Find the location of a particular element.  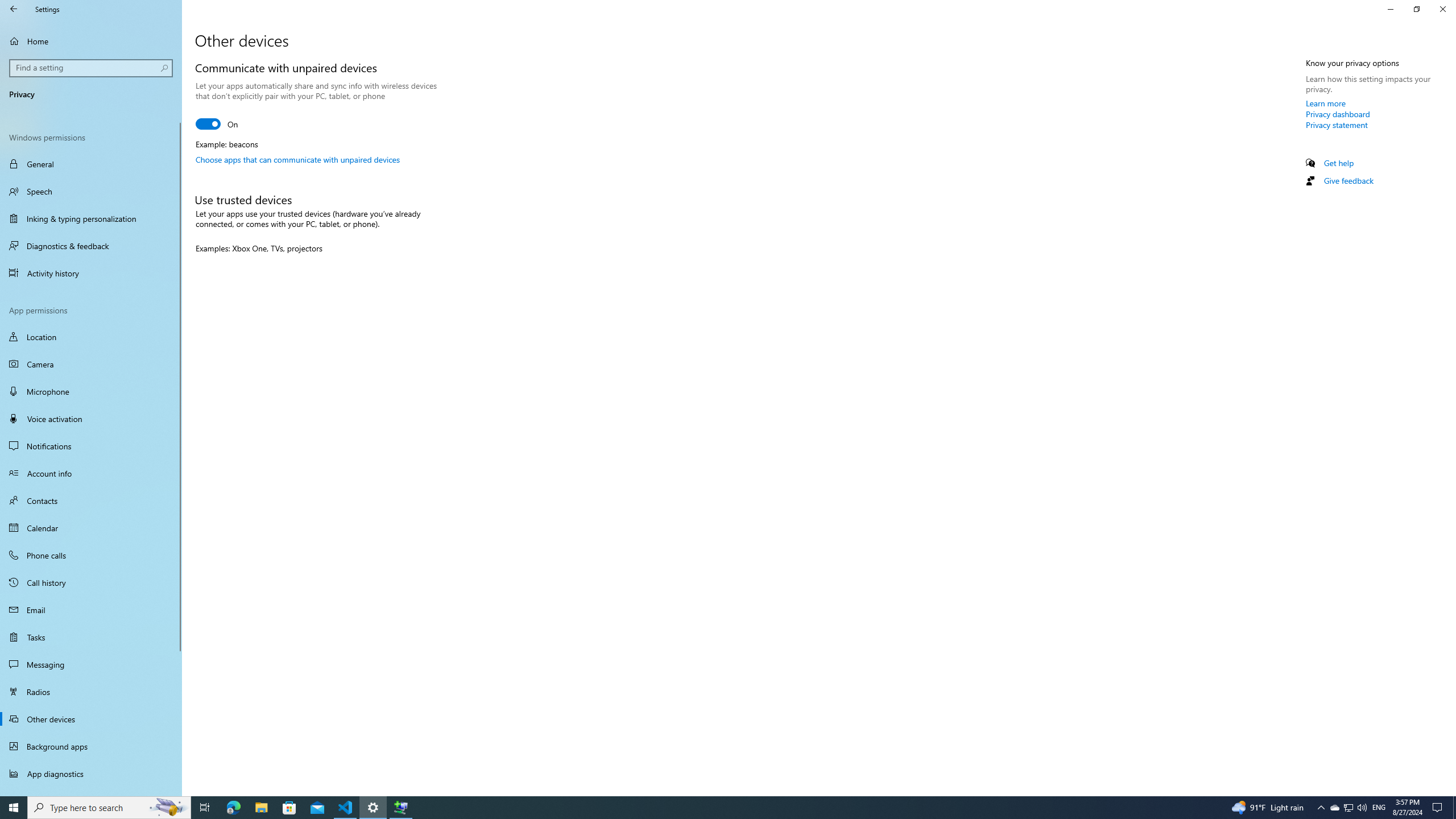

'Speech' is located at coordinates (90, 191).